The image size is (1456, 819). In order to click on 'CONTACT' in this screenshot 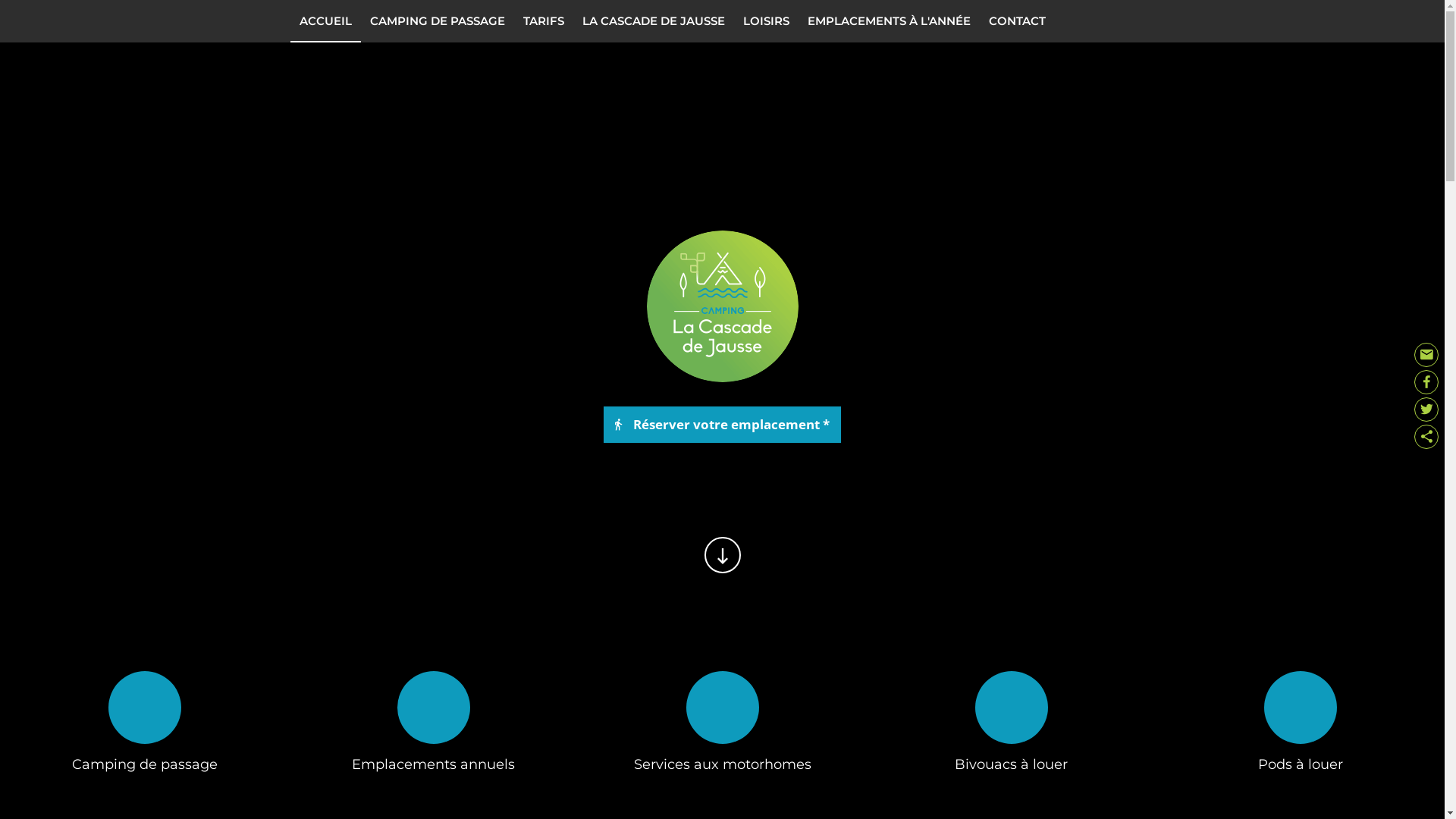, I will do `click(1017, 20)`.